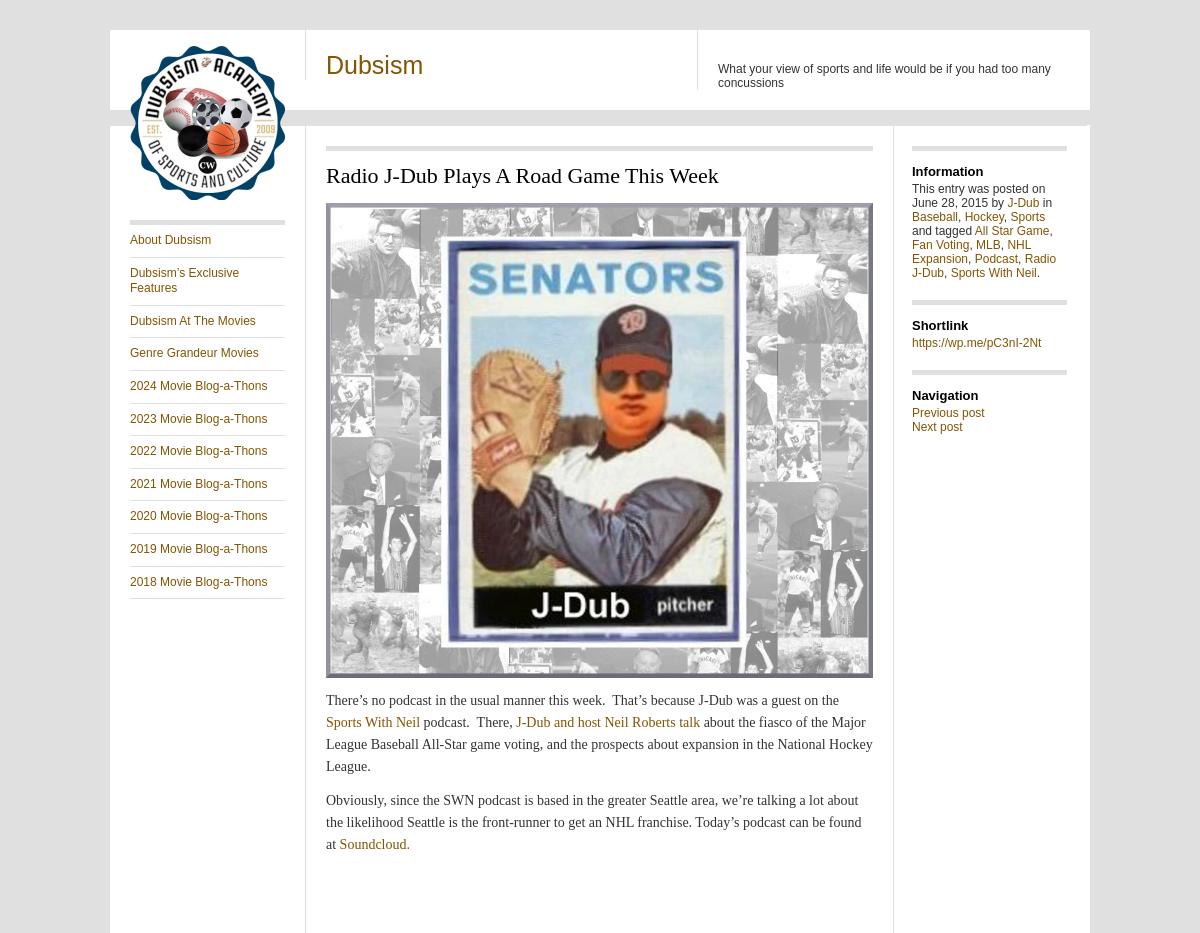 Image resolution: width=1200 pixels, height=933 pixels. I want to click on 'Shortlink', so click(939, 324).